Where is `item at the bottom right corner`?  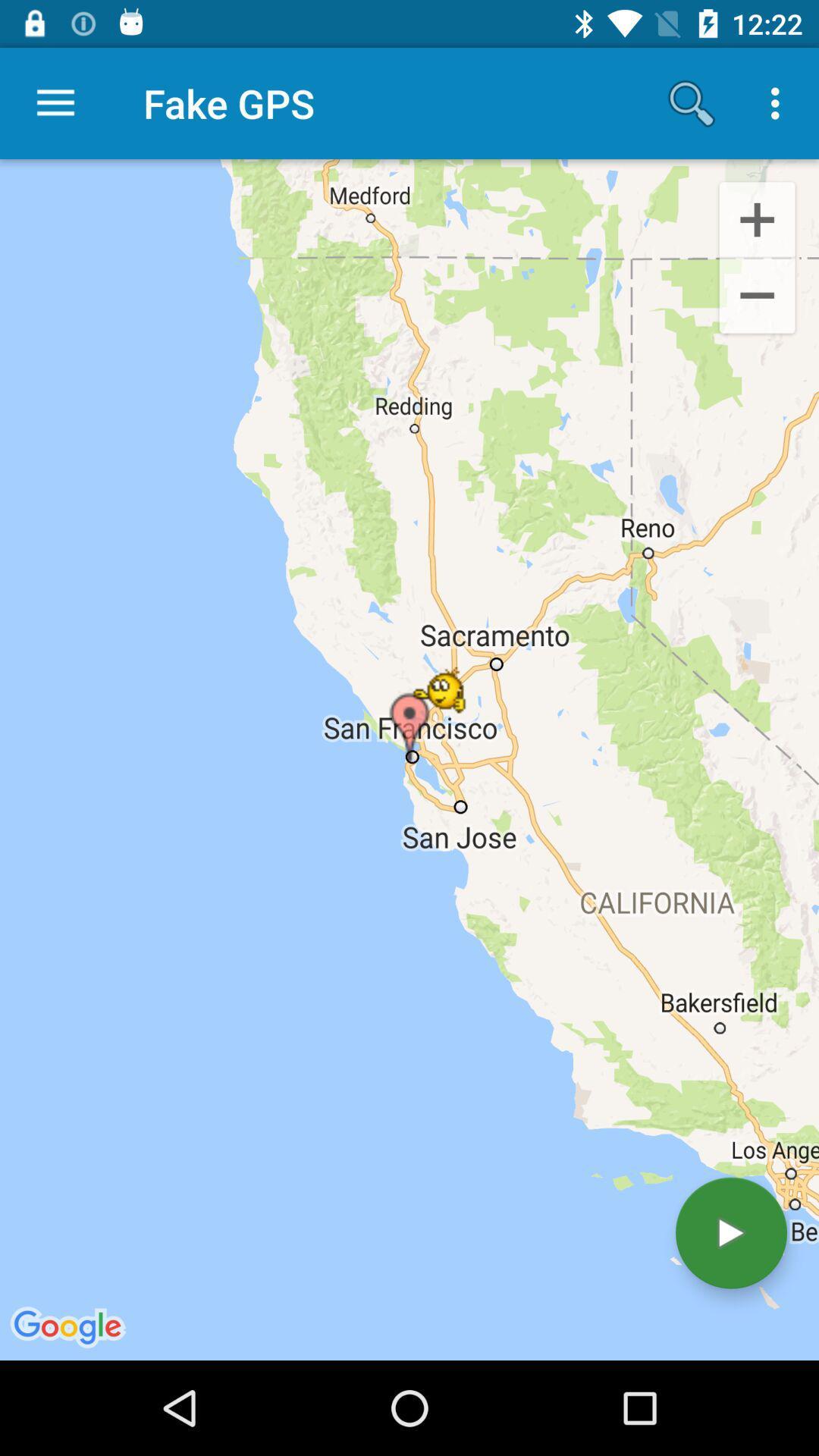
item at the bottom right corner is located at coordinates (730, 1233).